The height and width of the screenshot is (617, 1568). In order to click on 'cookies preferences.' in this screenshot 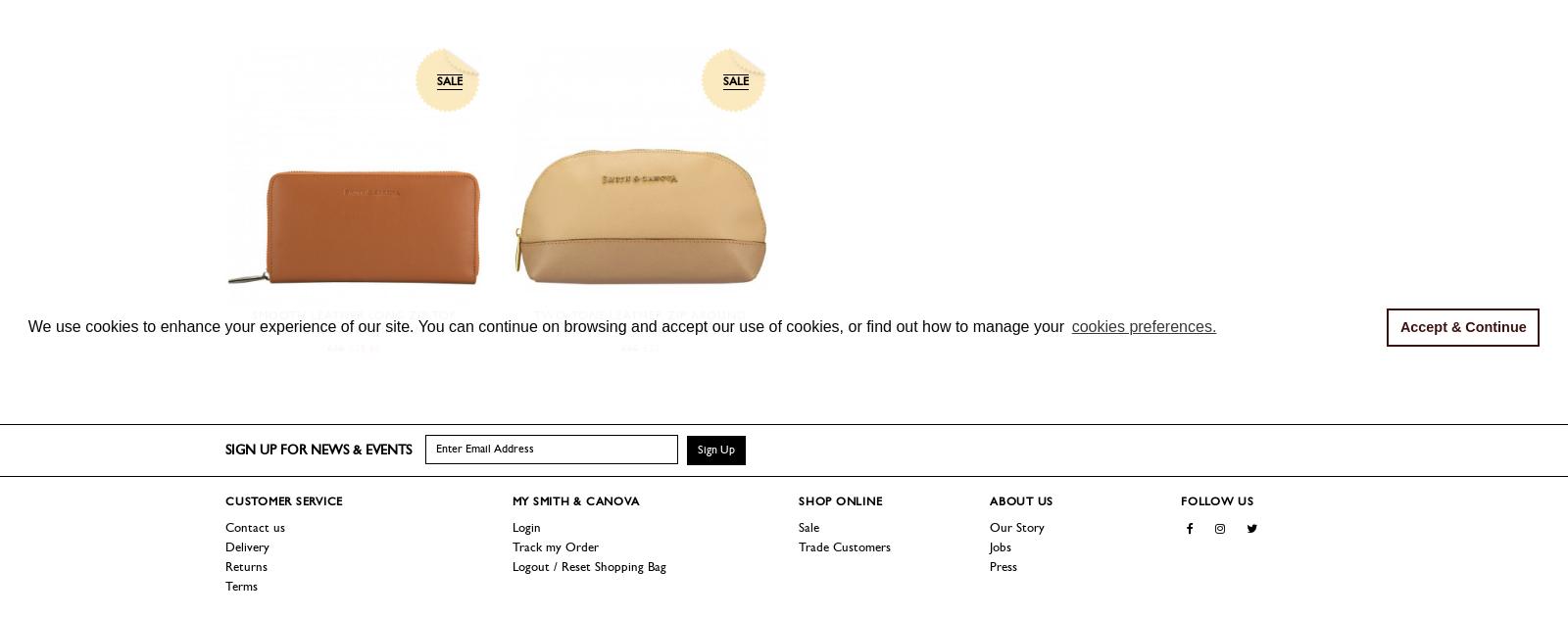, I will do `click(1070, 325)`.